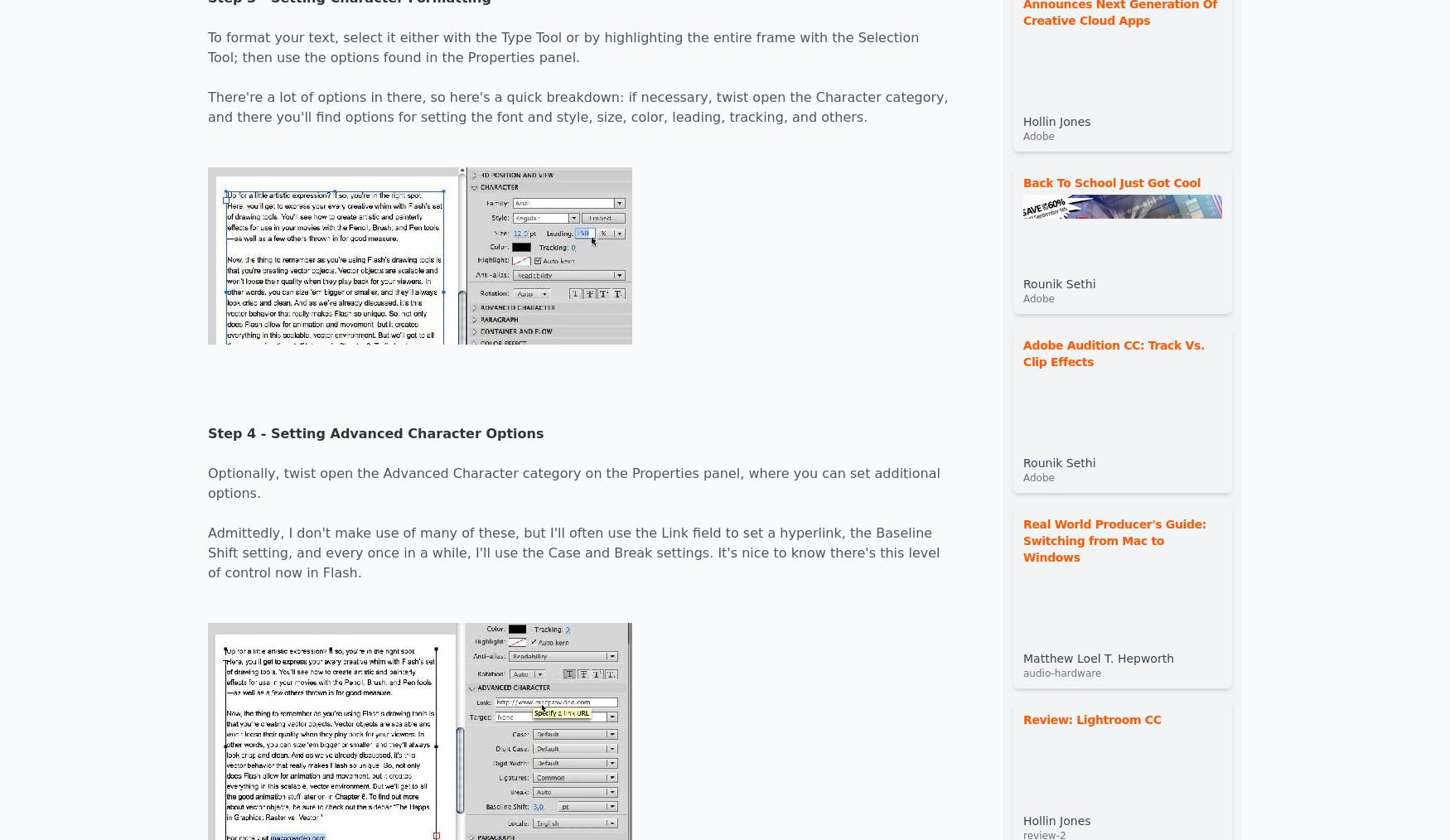 The height and width of the screenshot is (840, 1450). What do you see at coordinates (1114, 353) in the screenshot?
I see `'Adobe Audition CC: Track Vs. Clip Effects'` at bounding box center [1114, 353].